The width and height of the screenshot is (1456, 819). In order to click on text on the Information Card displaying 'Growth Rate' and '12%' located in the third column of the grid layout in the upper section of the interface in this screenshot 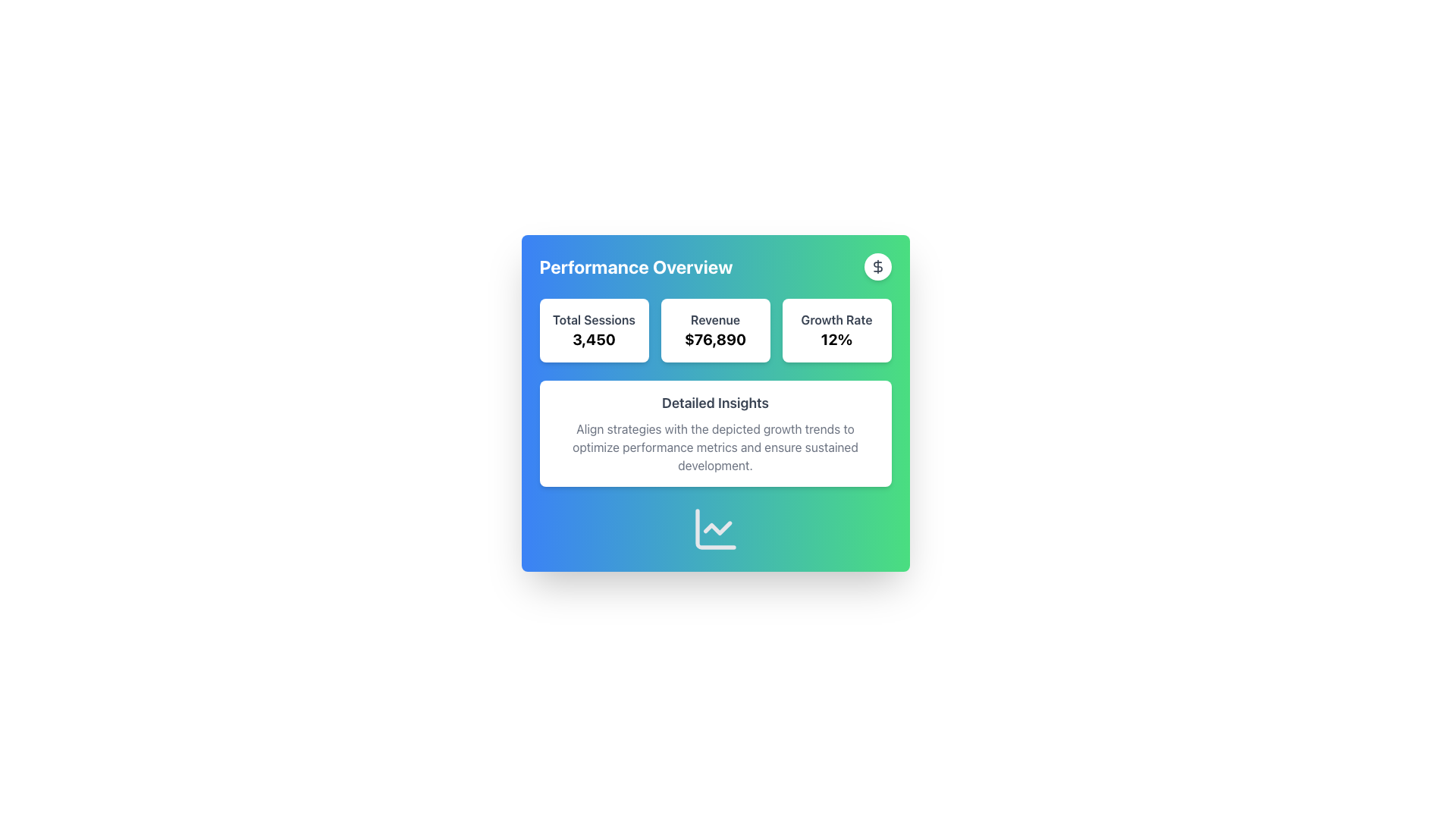, I will do `click(836, 329)`.